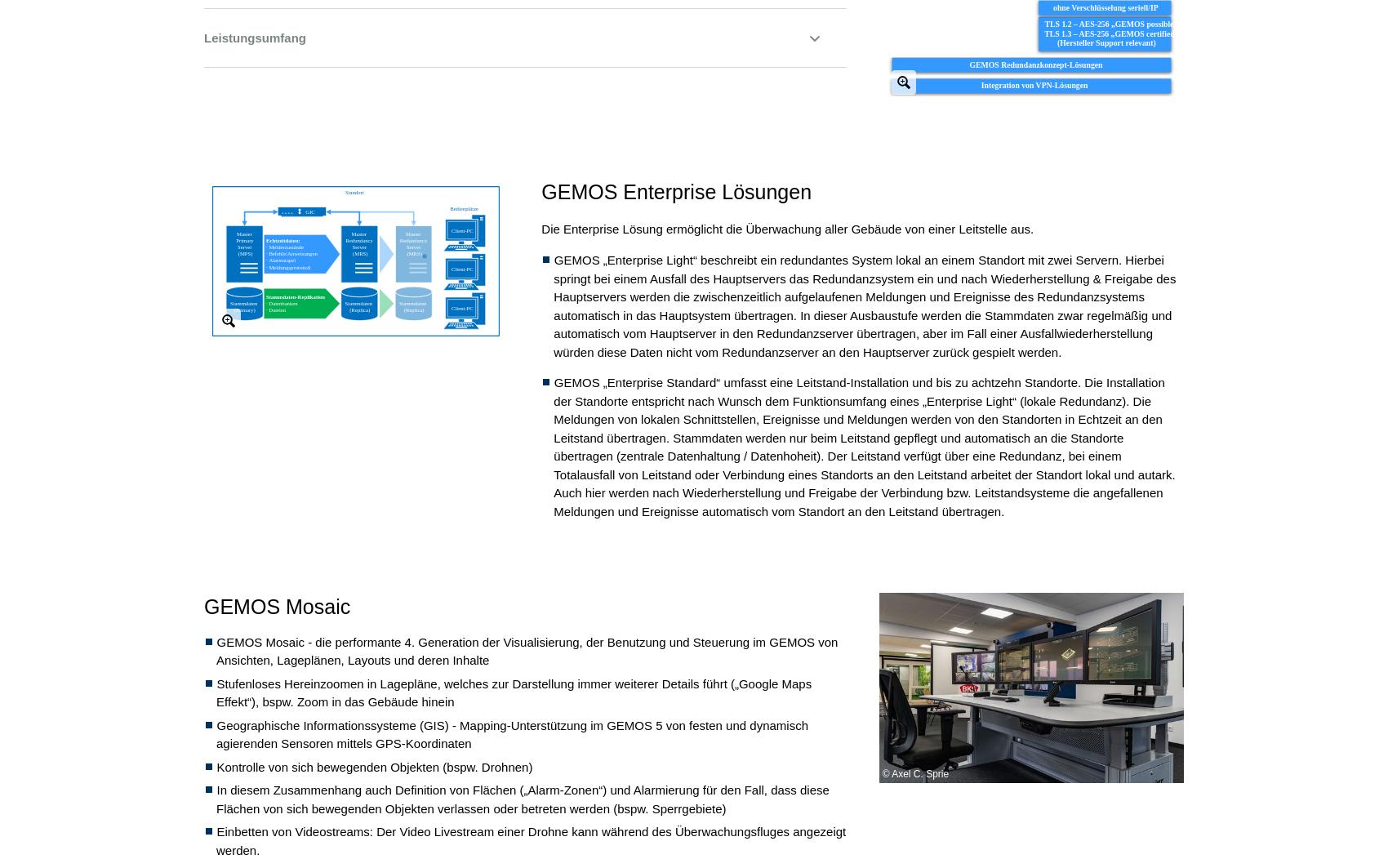  I want to click on 'GEMOS Mosaic - die performante 4. Generation der Visualisierung, der Benutzung und Steuerung im GEMOS von Ansichten, Lageplänen, Layouts und deren Inhalte', so click(527, 650).